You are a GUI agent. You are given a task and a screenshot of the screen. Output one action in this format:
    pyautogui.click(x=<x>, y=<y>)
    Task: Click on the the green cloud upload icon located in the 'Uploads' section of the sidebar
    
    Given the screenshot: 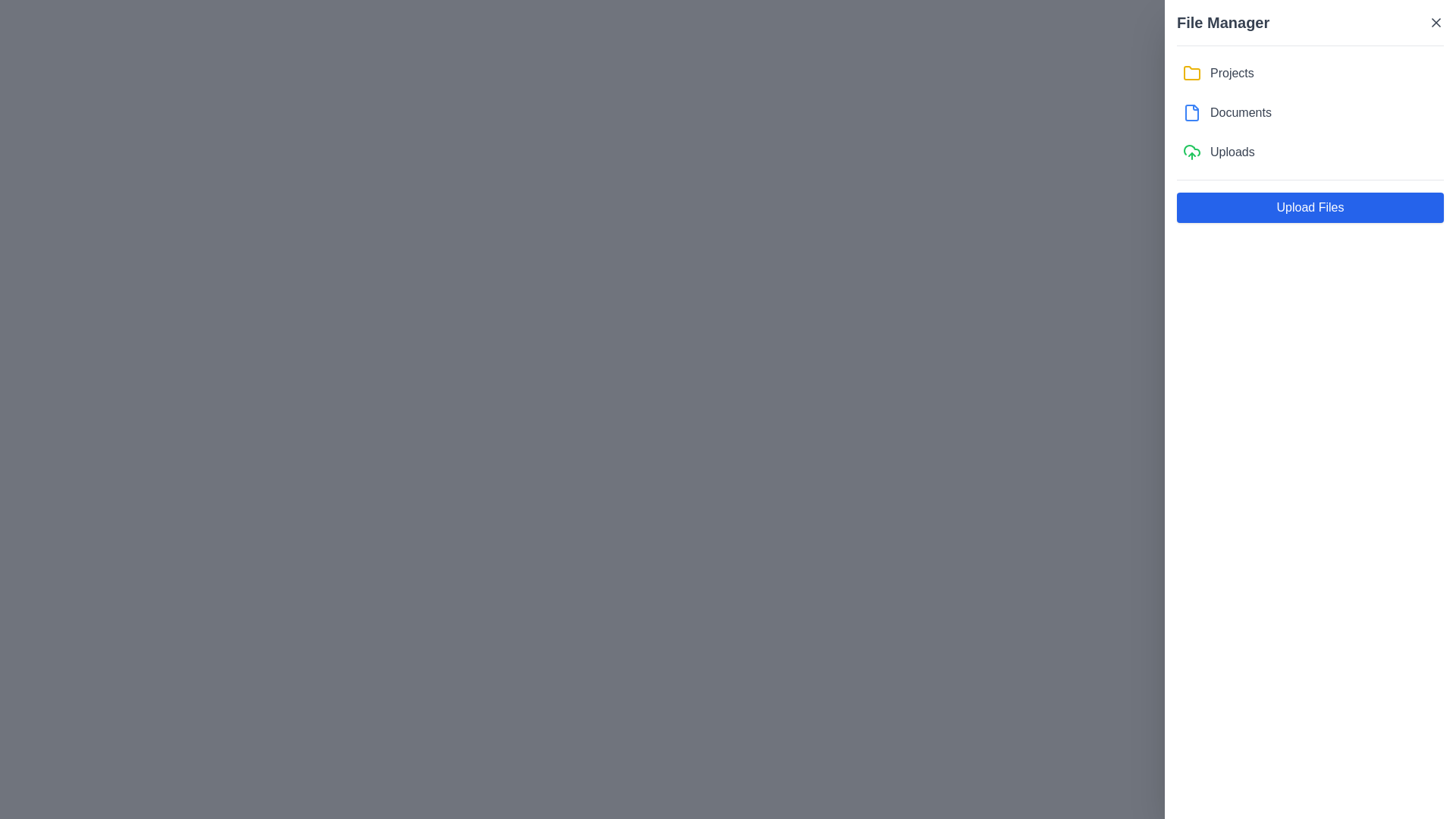 What is the action you would take?
    pyautogui.click(x=1191, y=152)
    